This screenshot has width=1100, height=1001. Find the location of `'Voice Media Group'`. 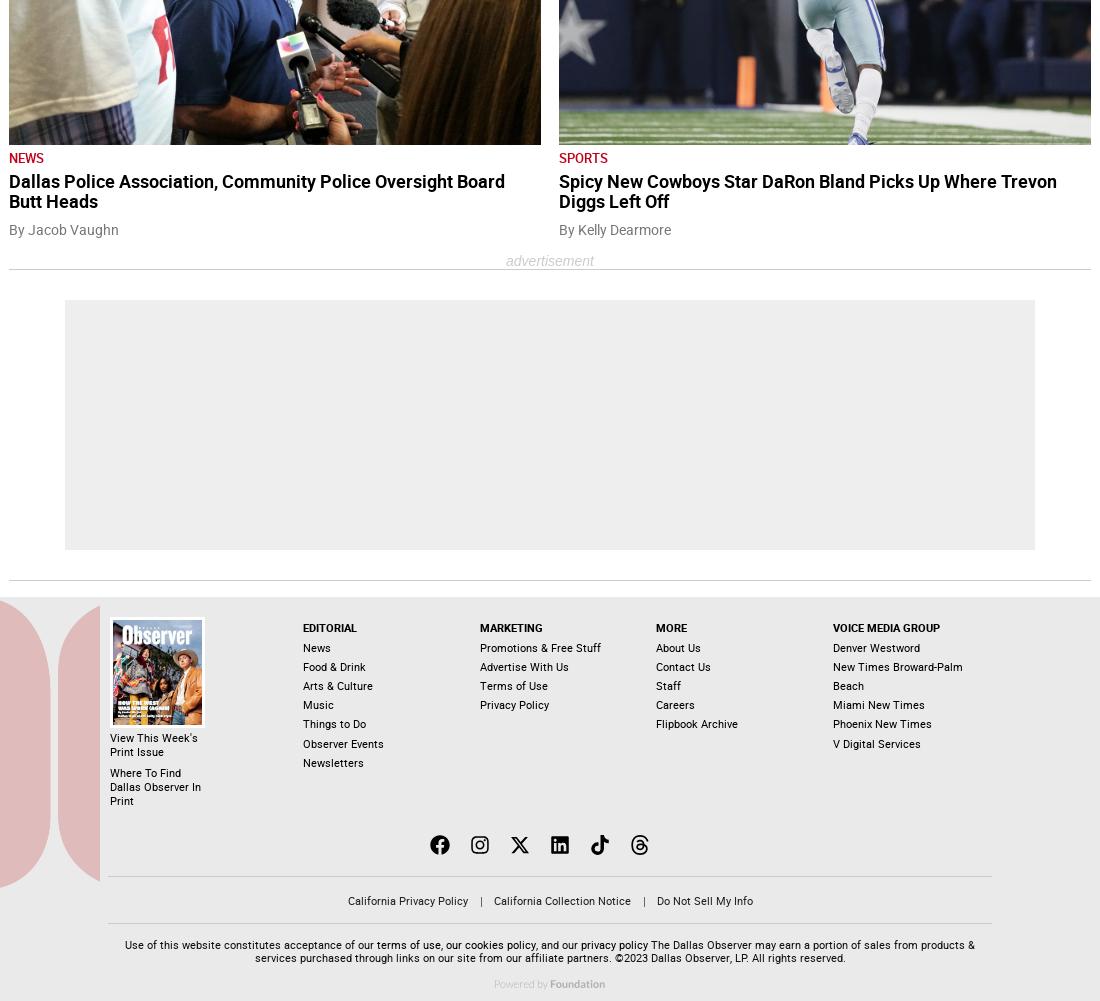

'Voice Media Group' is located at coordinates (832, 628).